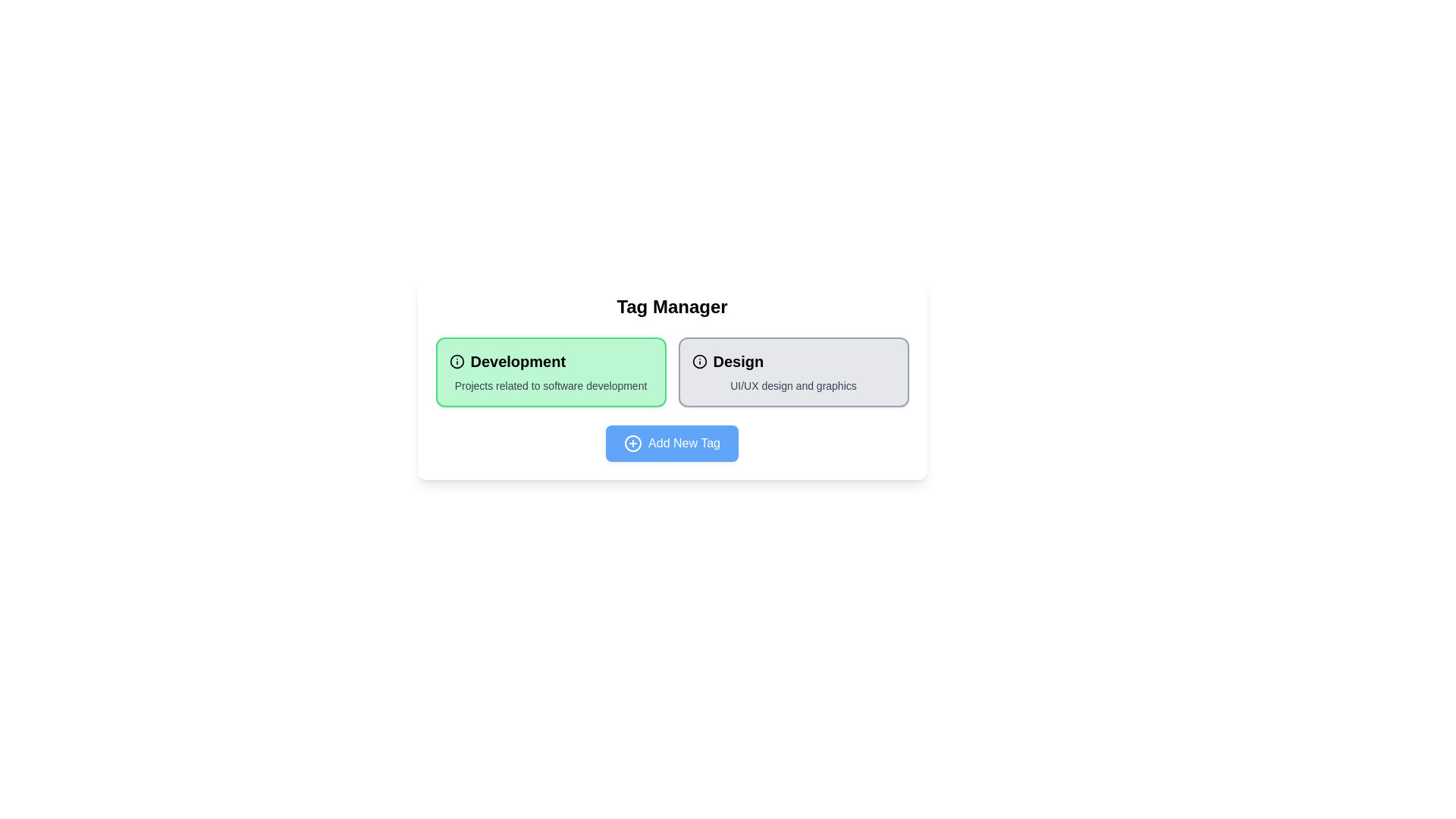 The image size is (1456, 819). What do you see at coordinates (698, 362) in the screenshot?
I see `the information icon located in the 'Design' section, adjacent to the text 'Design'` at bounding box center [698, 362].